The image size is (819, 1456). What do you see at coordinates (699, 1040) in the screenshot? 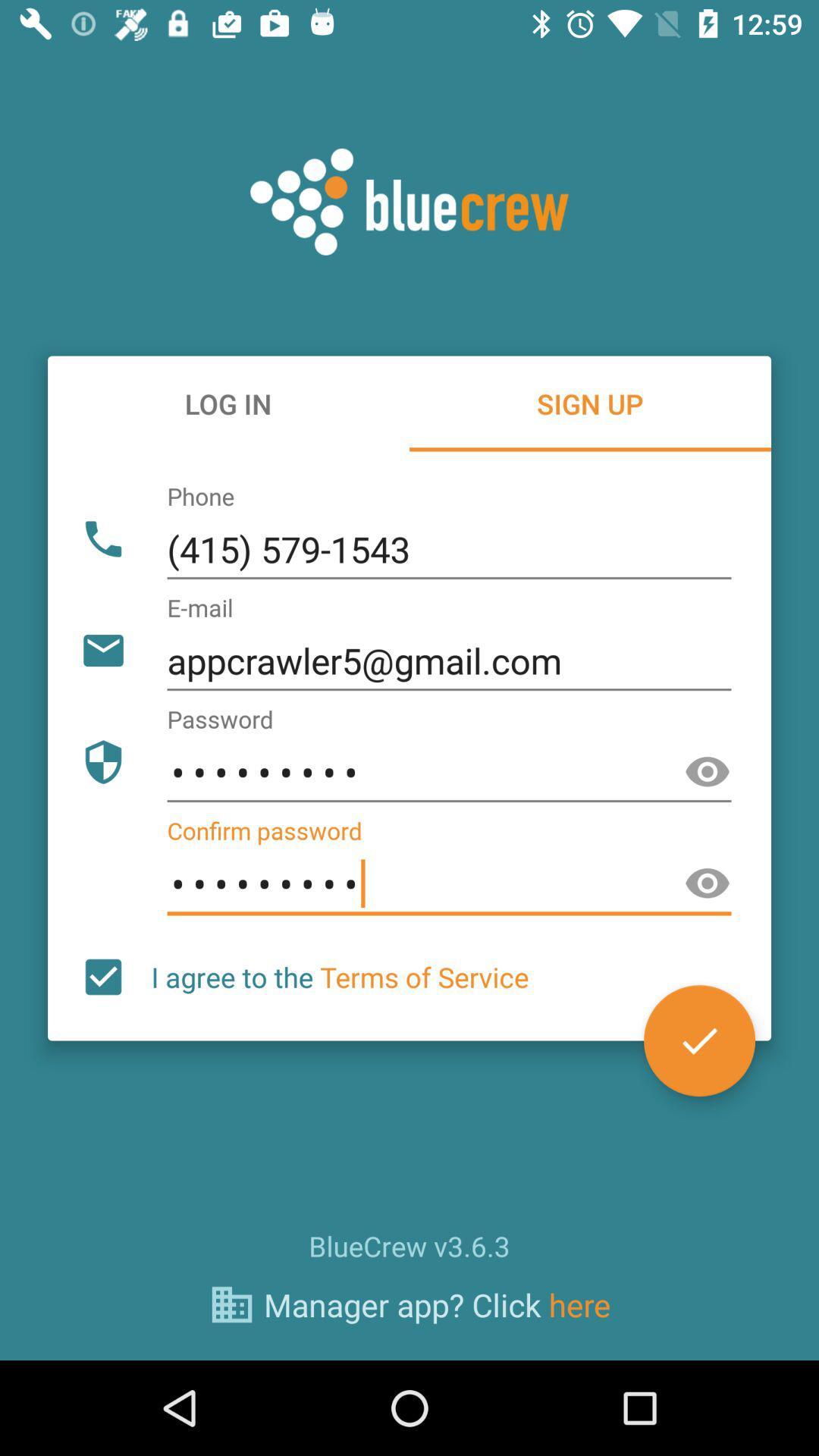
I see `confirm` at bounding box center [699, 1040].